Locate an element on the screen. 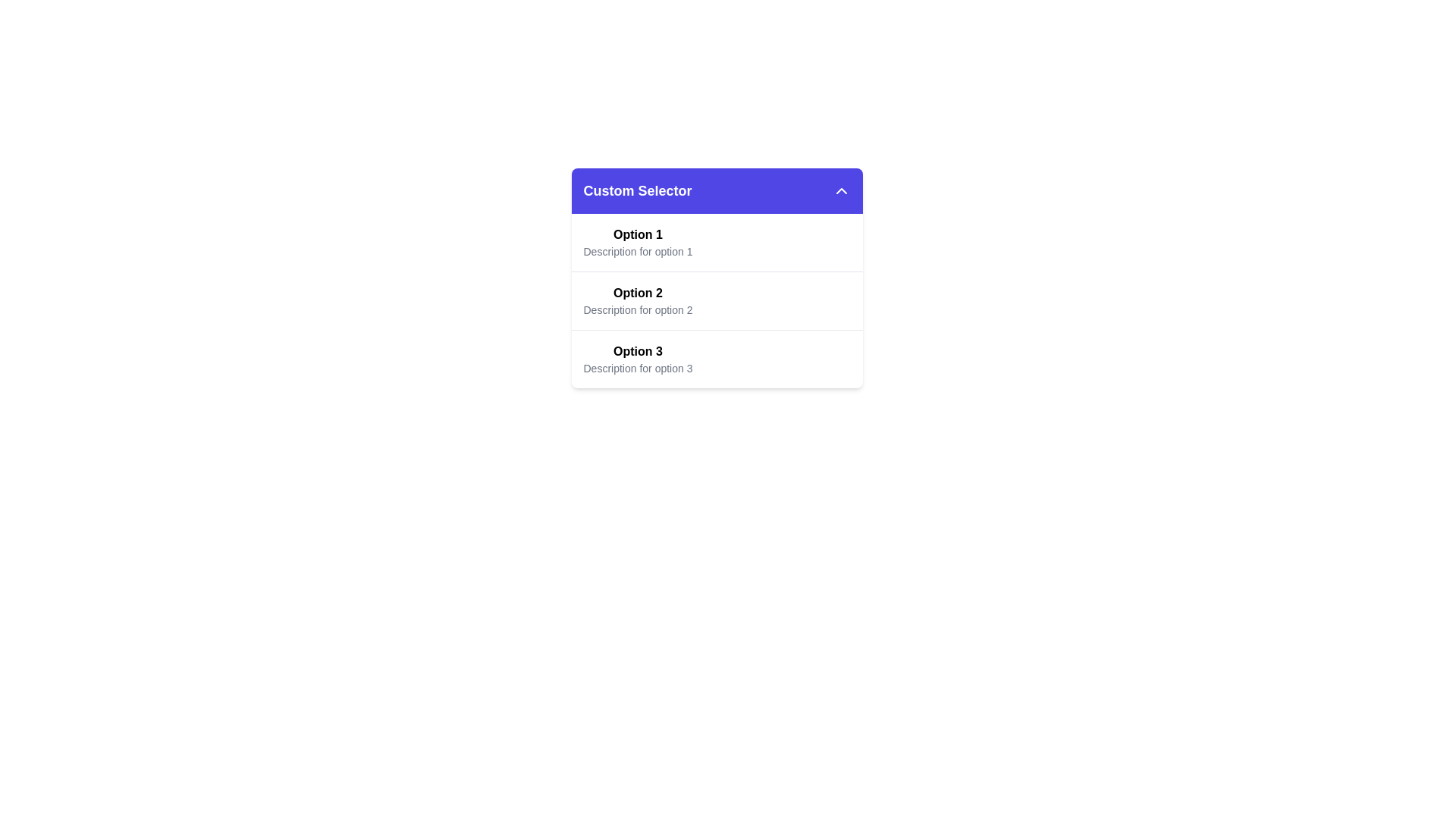 This screenshot has height=819, width=1456. to select 'Option 3' from the dropdown menu titled 'Custom Selector', which is the third item in the list is located at coordinates (638, 359).